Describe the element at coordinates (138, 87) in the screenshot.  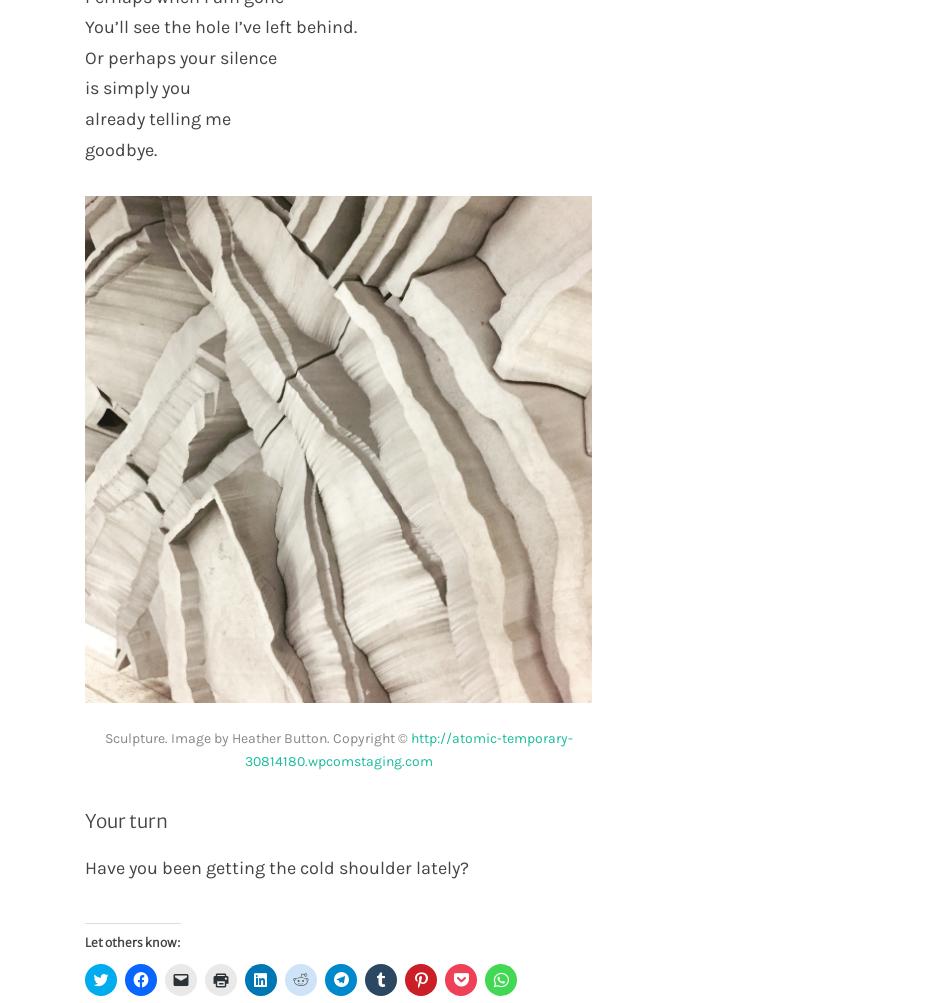
I see `'is simply you'` at that location.